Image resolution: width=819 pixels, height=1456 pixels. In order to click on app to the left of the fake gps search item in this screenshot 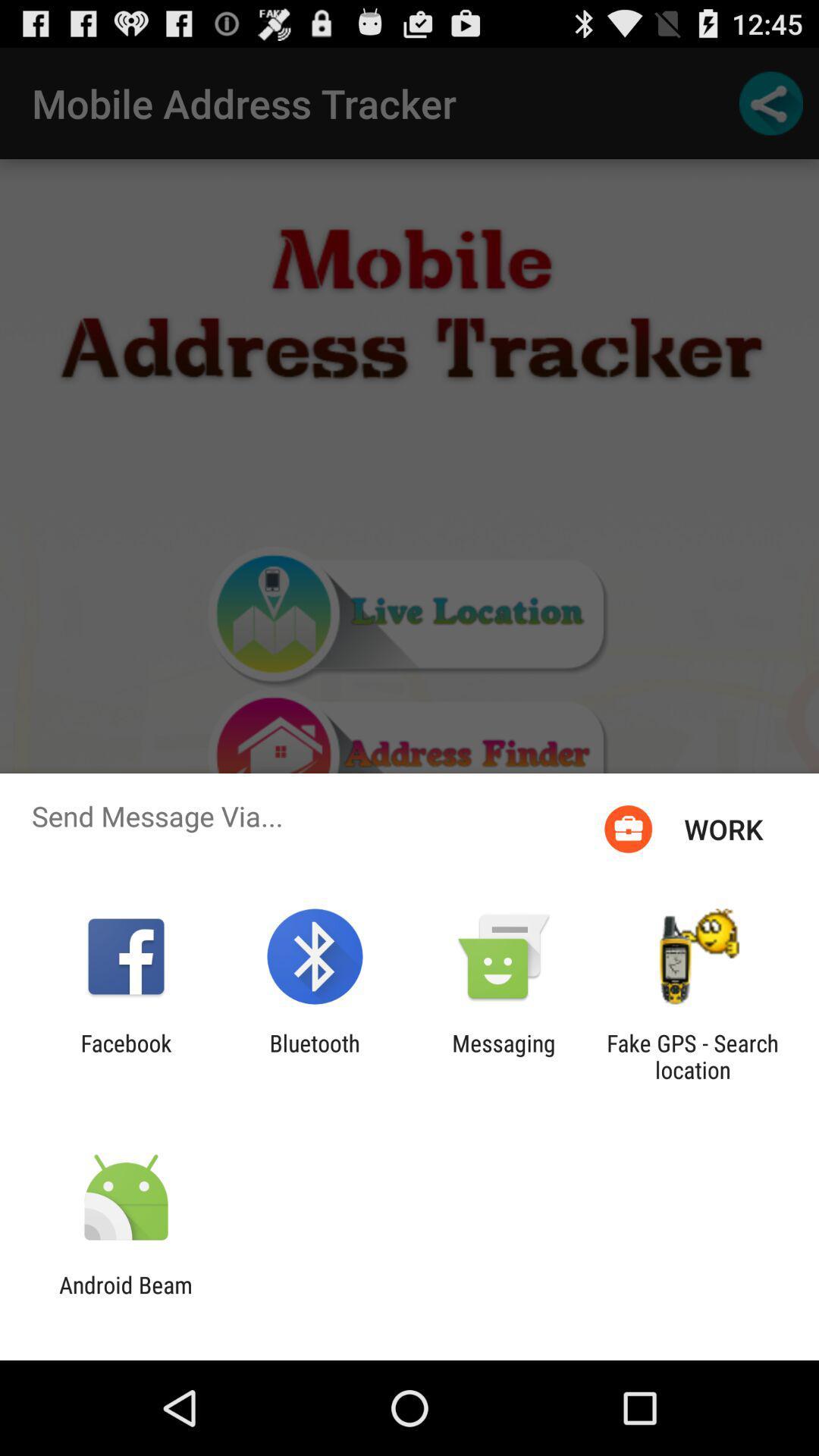, I will do `click(504, 1056)`.